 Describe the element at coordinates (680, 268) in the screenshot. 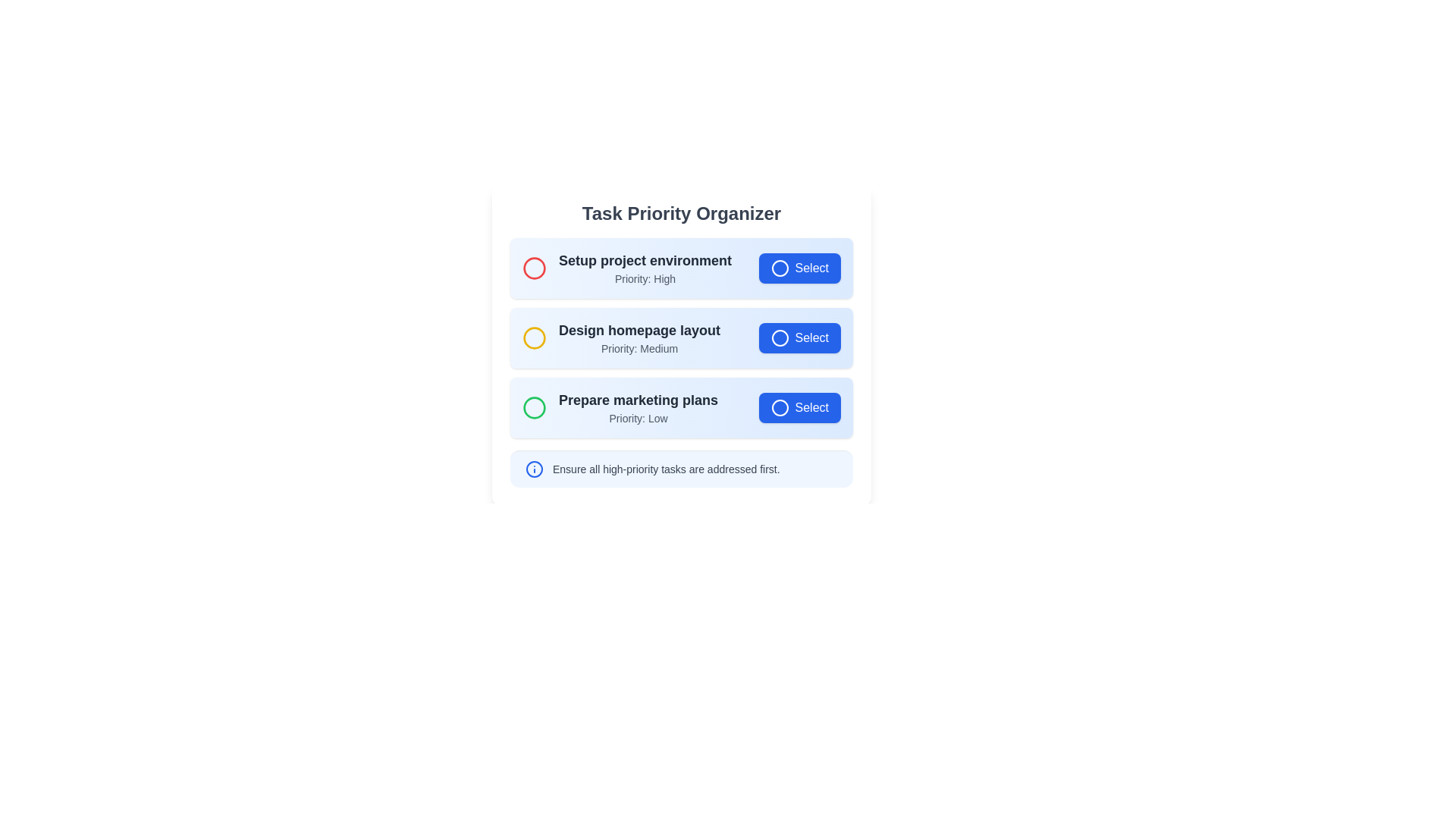

I see `the 'Setup project environment' task card` at that location.